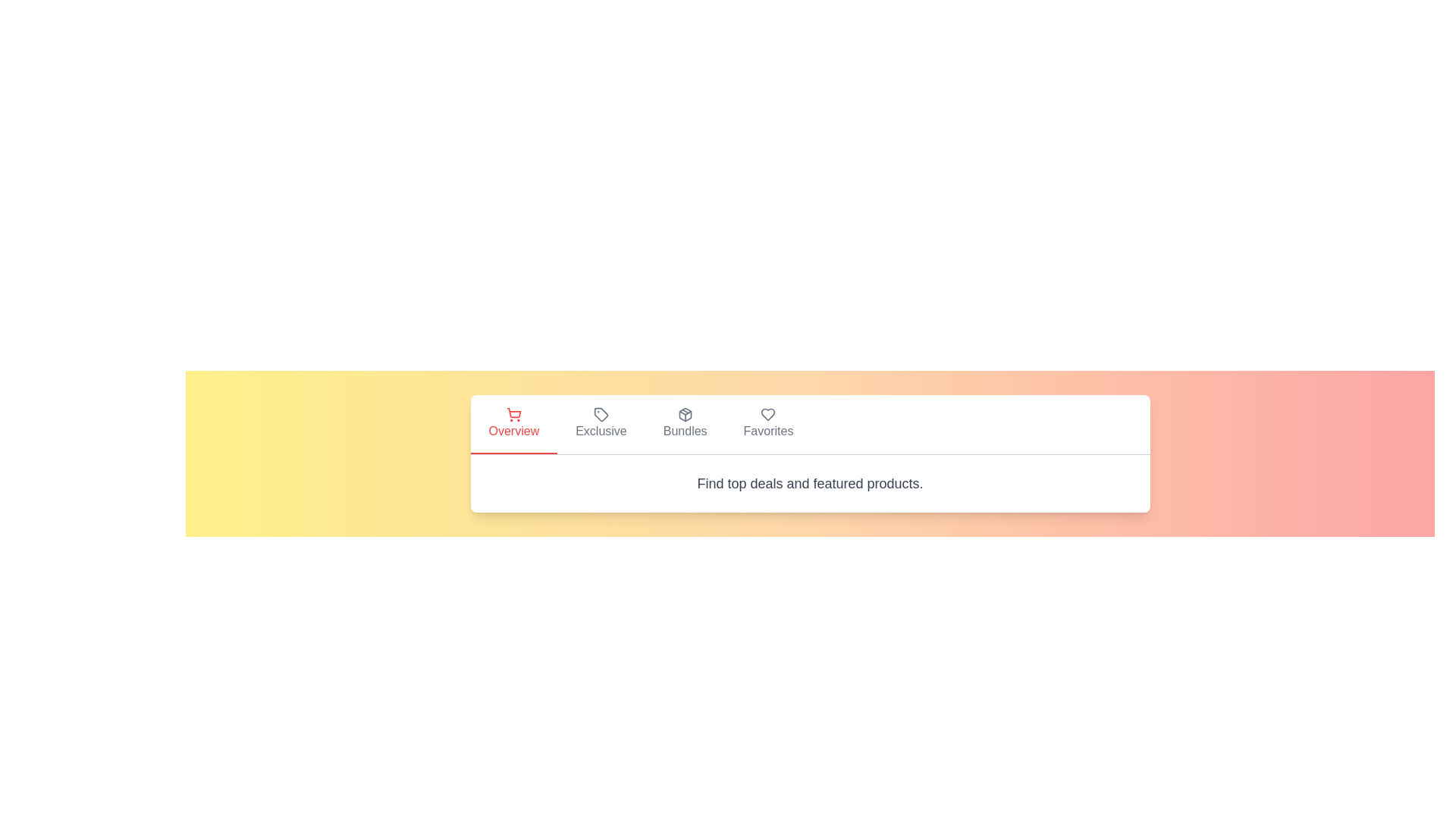 The width and height of the screenshot is (1456, 819). I want to click on the tab labeled Exclusive to observe visual feedback, so click(600, 424).